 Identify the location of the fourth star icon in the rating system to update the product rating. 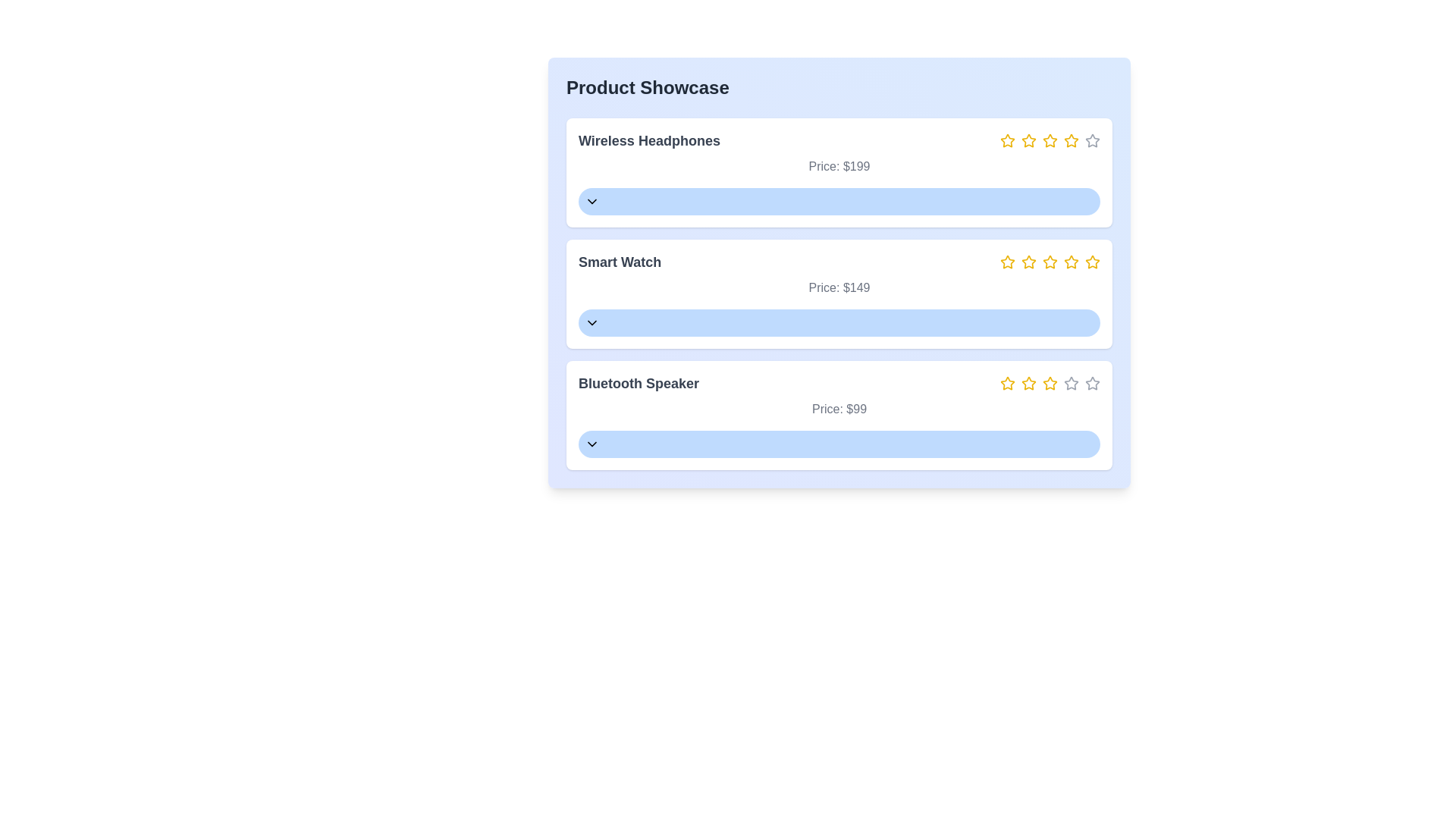
(1070, 261).